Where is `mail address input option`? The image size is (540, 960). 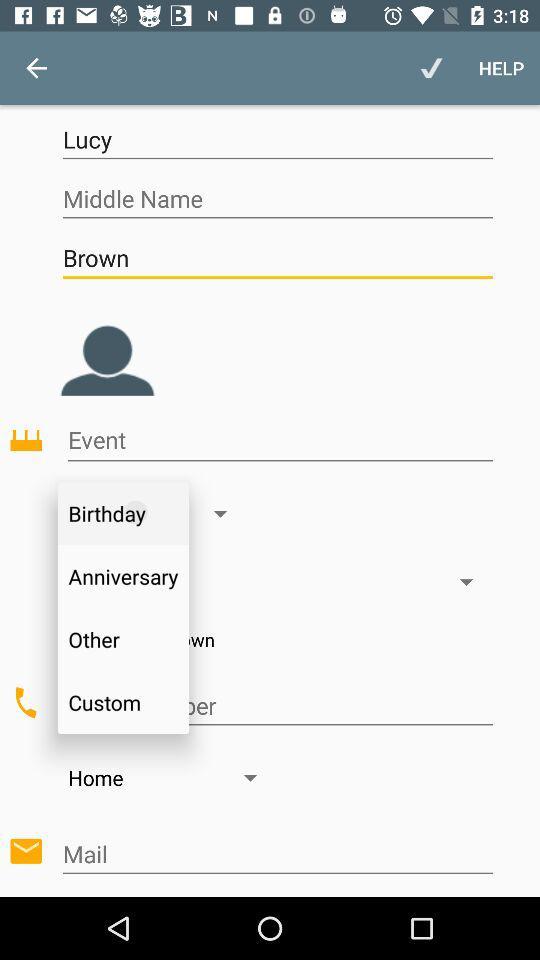
mail address input option is located at coordinates (276, 853).